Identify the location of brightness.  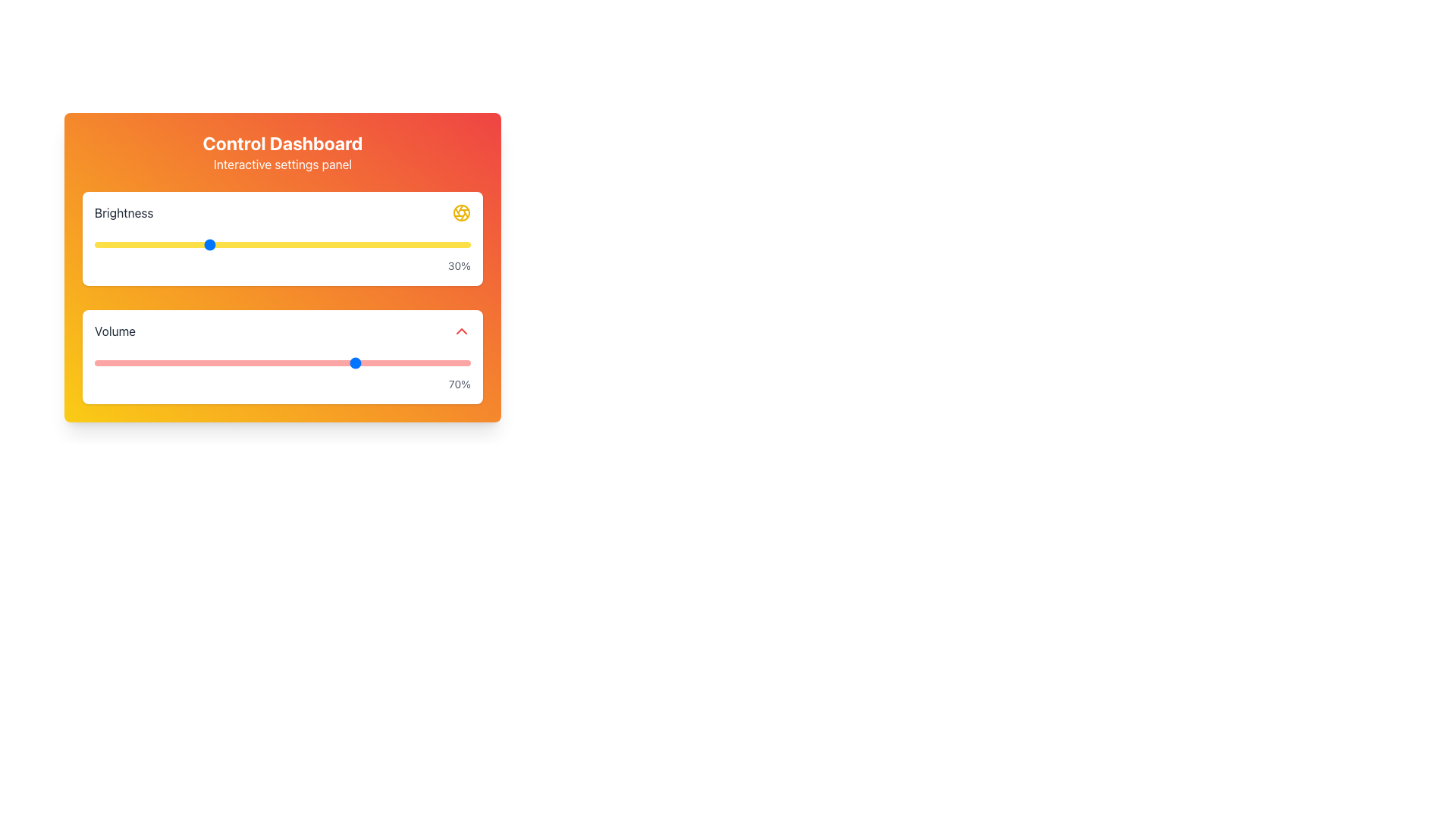
(202, 244).